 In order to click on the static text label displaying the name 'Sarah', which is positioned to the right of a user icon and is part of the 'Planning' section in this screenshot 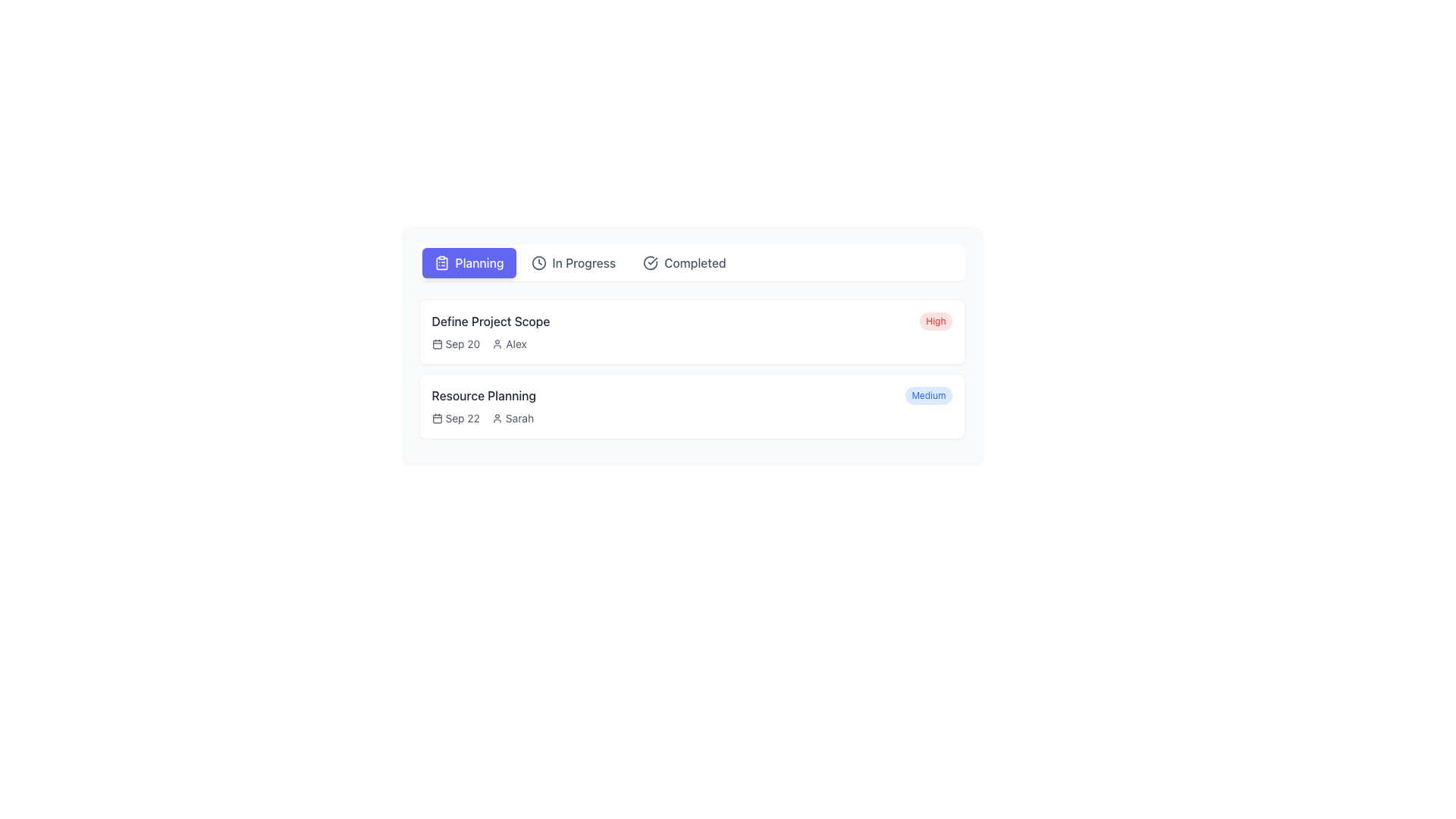, I will do `click(519, 418)`.